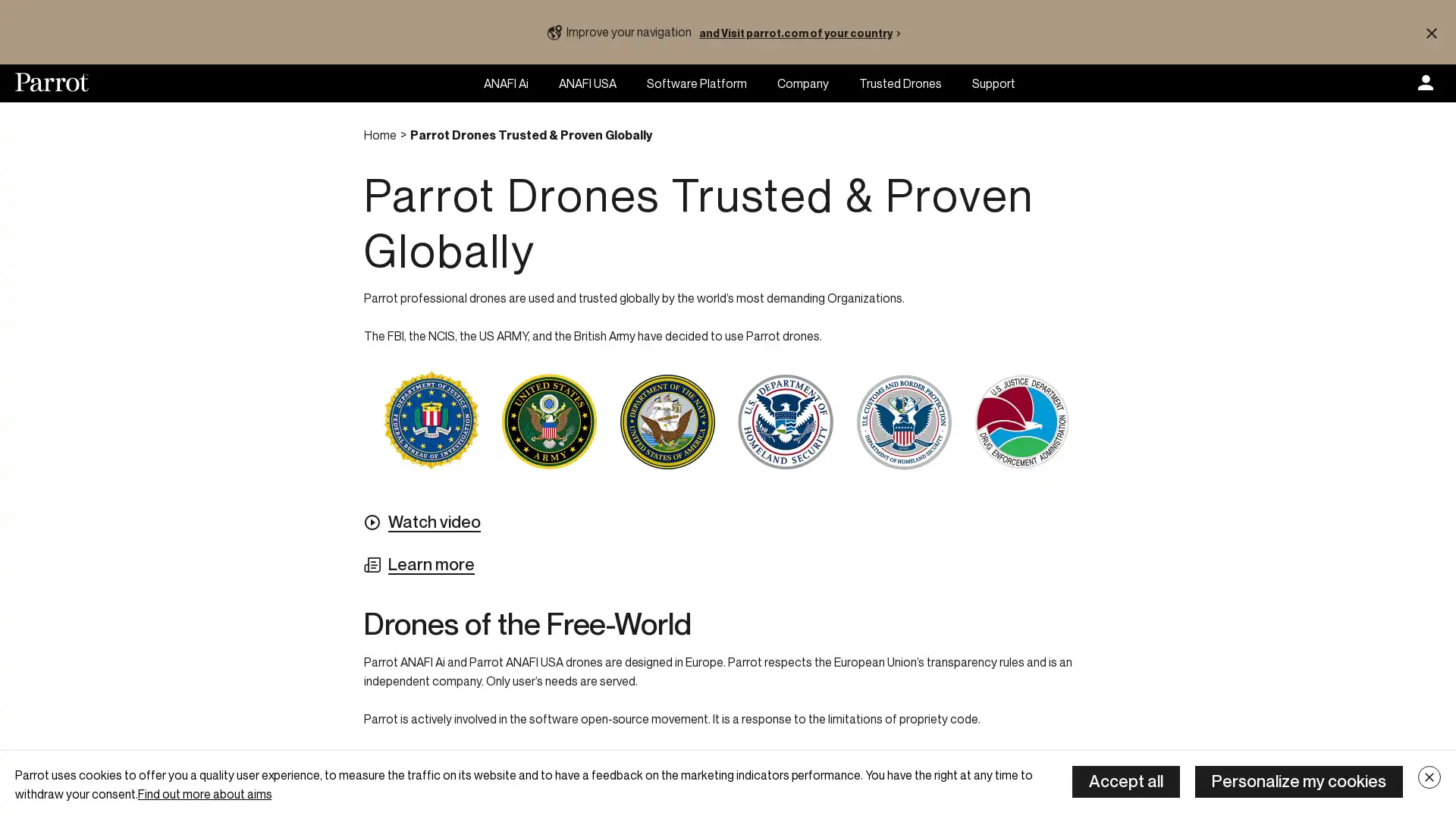  What do you see at coordinates (1425, 83) in the screenshot?
I see `my-parrot` at bounding box center [1425, 83].